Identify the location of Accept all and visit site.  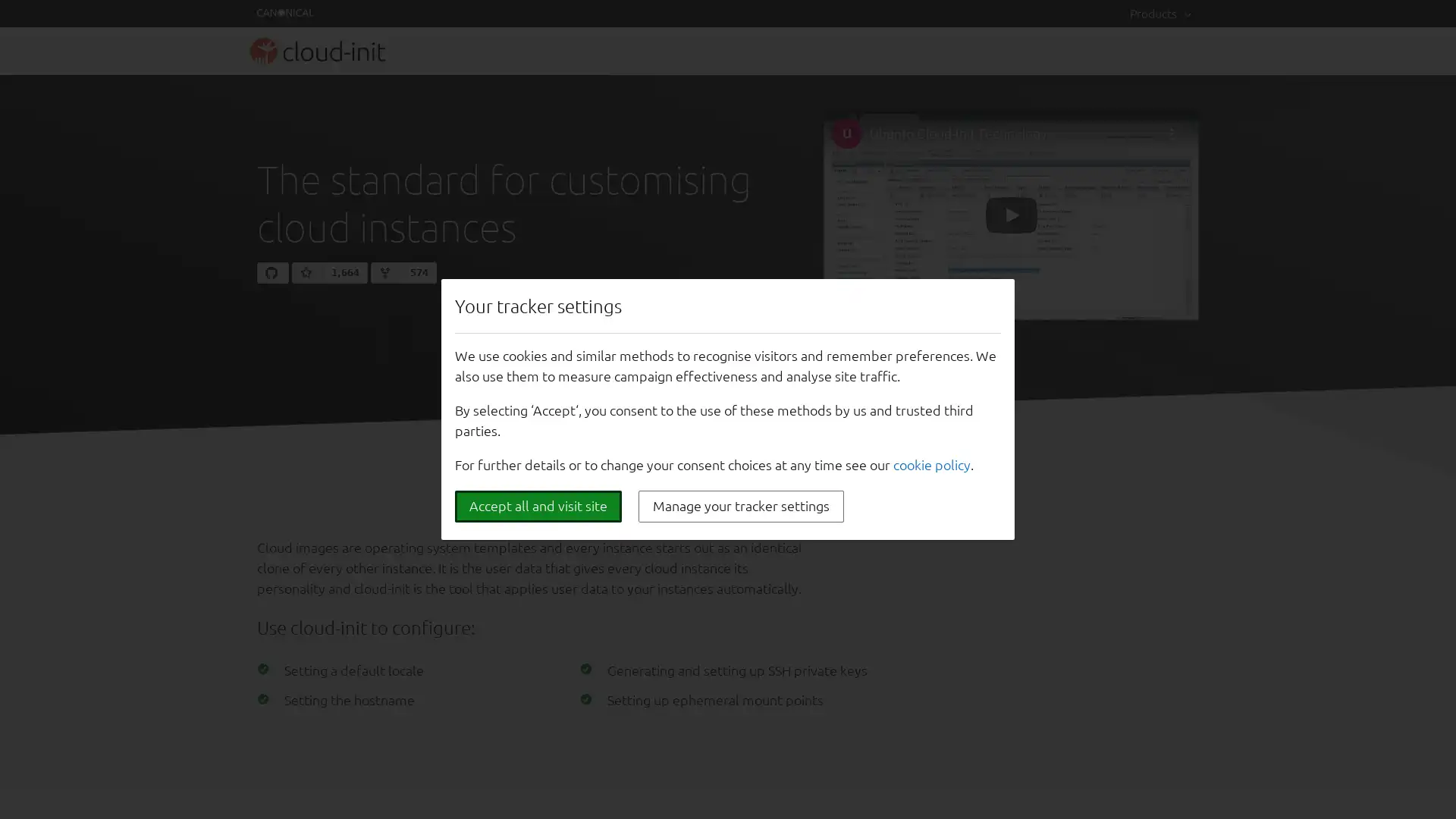
(538, 506).